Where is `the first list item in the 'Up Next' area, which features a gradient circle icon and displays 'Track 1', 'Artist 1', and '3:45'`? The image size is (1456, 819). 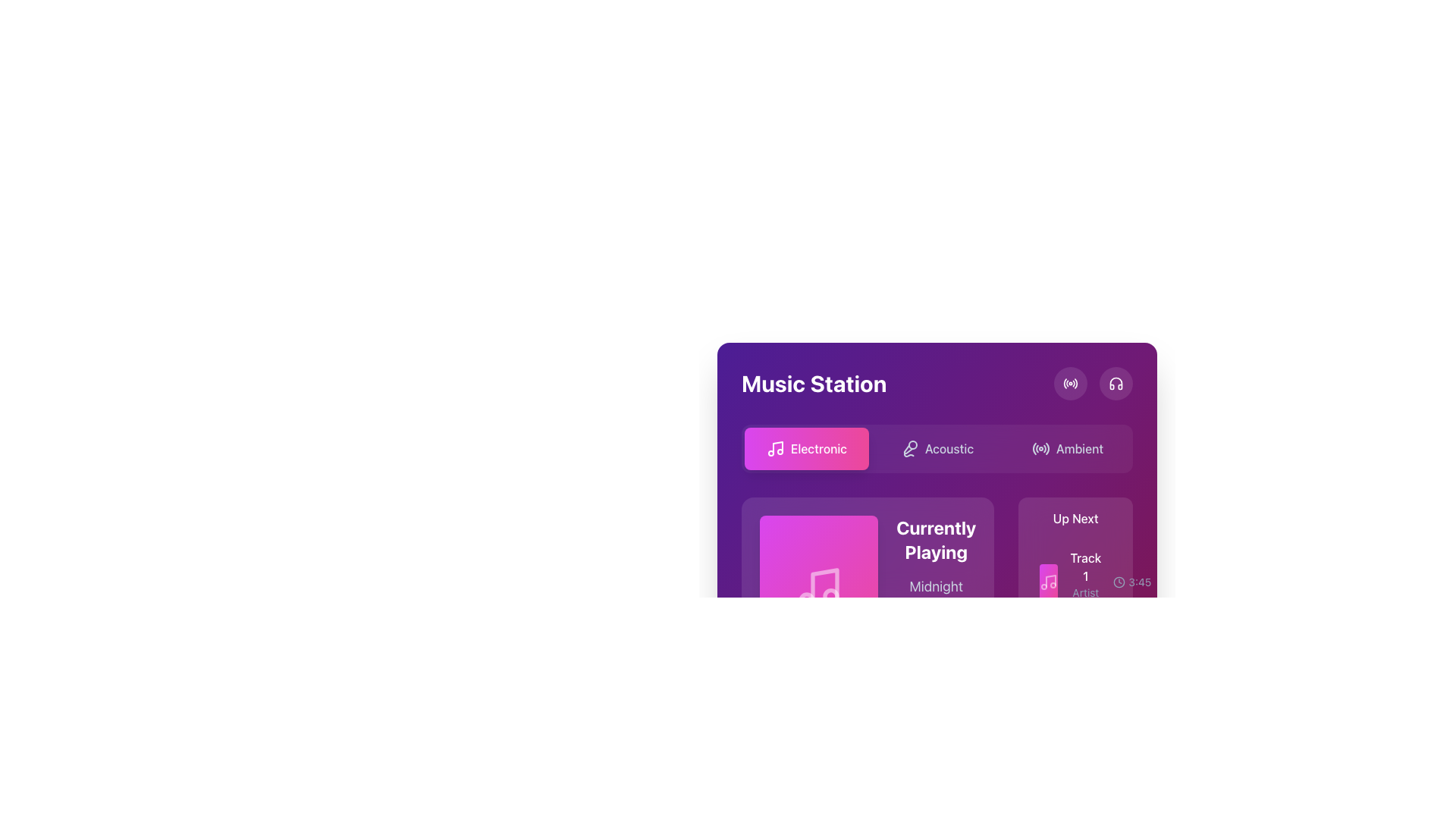
the first list item in the 'Up Next' area, which features a gradient circle icon and displays 'Track 1', 'Artist 1', and '3:45' is located at coordinates (1075, 581).